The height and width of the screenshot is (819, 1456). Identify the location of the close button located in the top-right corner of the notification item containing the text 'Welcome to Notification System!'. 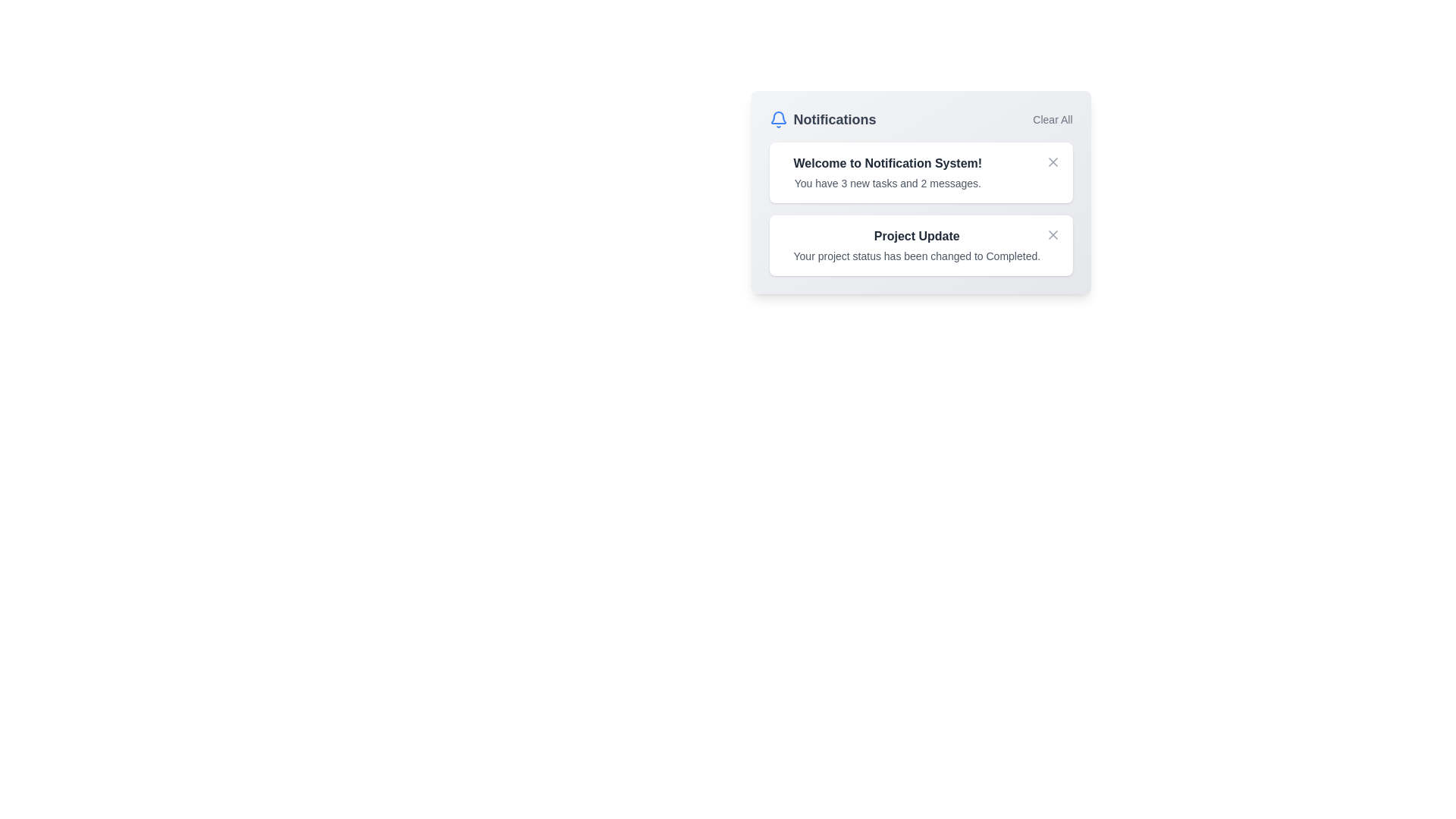
(1052, 162).